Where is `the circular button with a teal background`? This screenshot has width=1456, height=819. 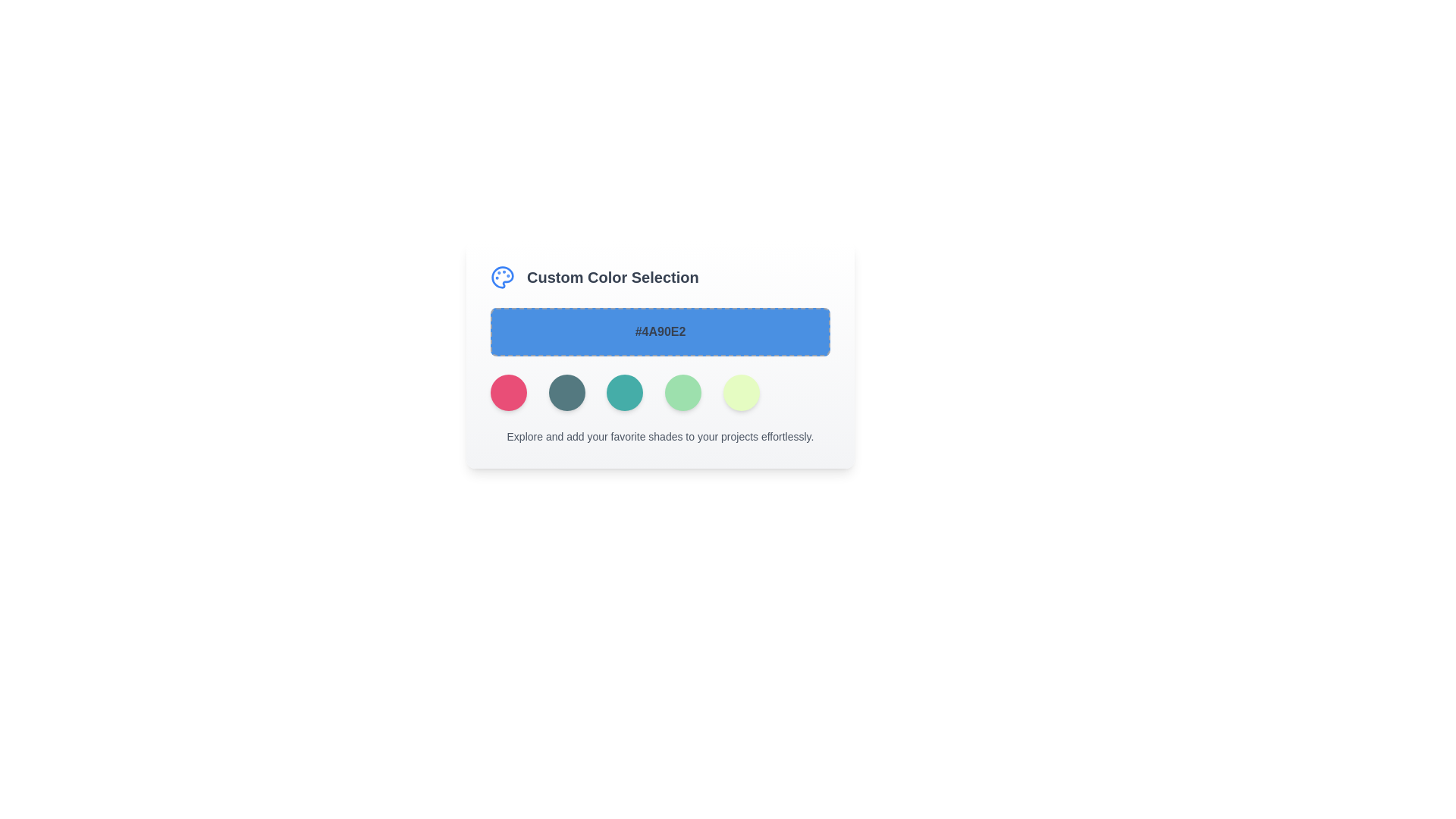 the circular button with a teal background is located at coordinates (566, 391).